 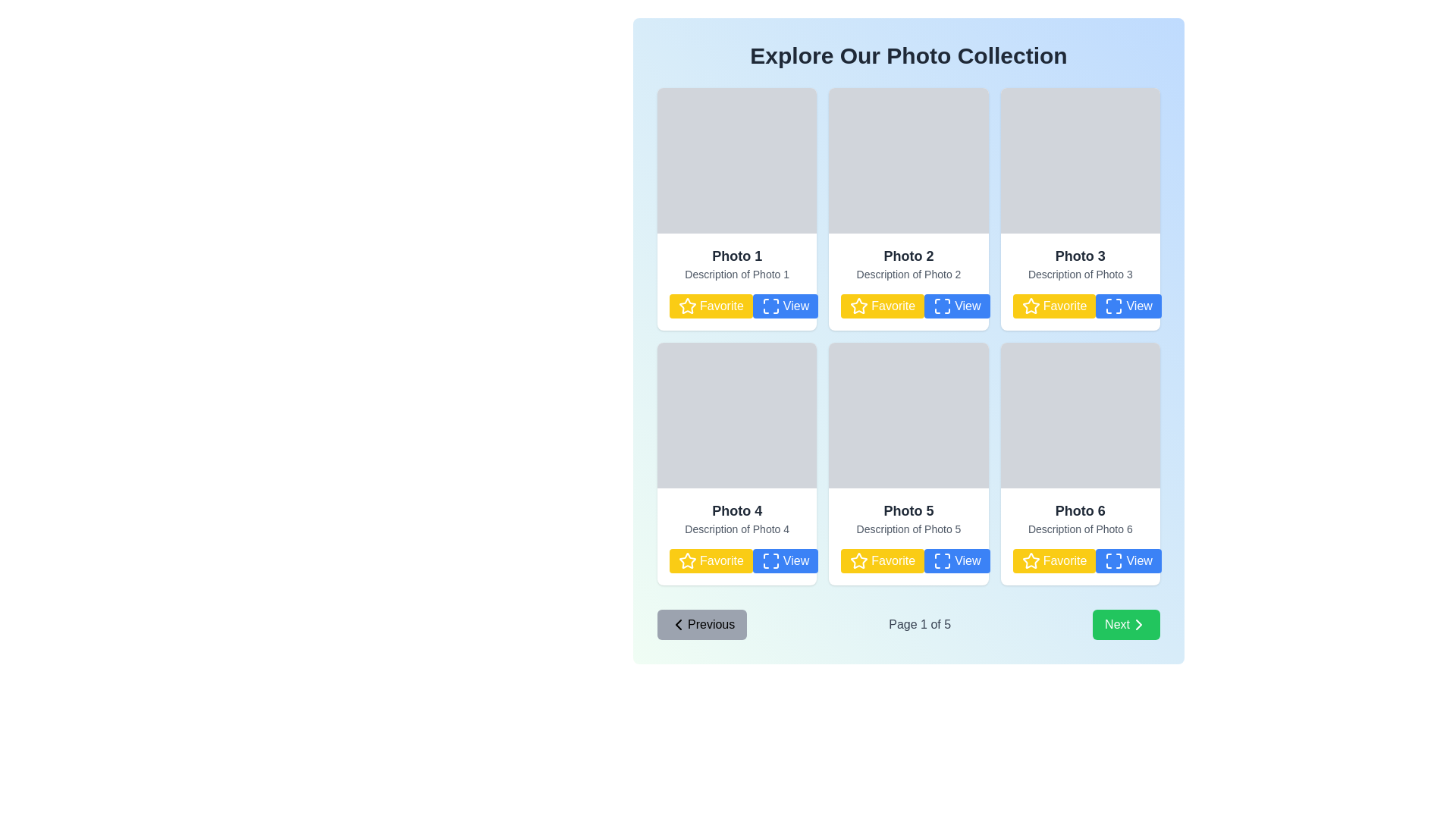 What do you see at coordinates (942, 306) in the screenshot?
I see `the SVG icon within the 'View' button for 'Photo 2'` at bounding box center [942, 306].